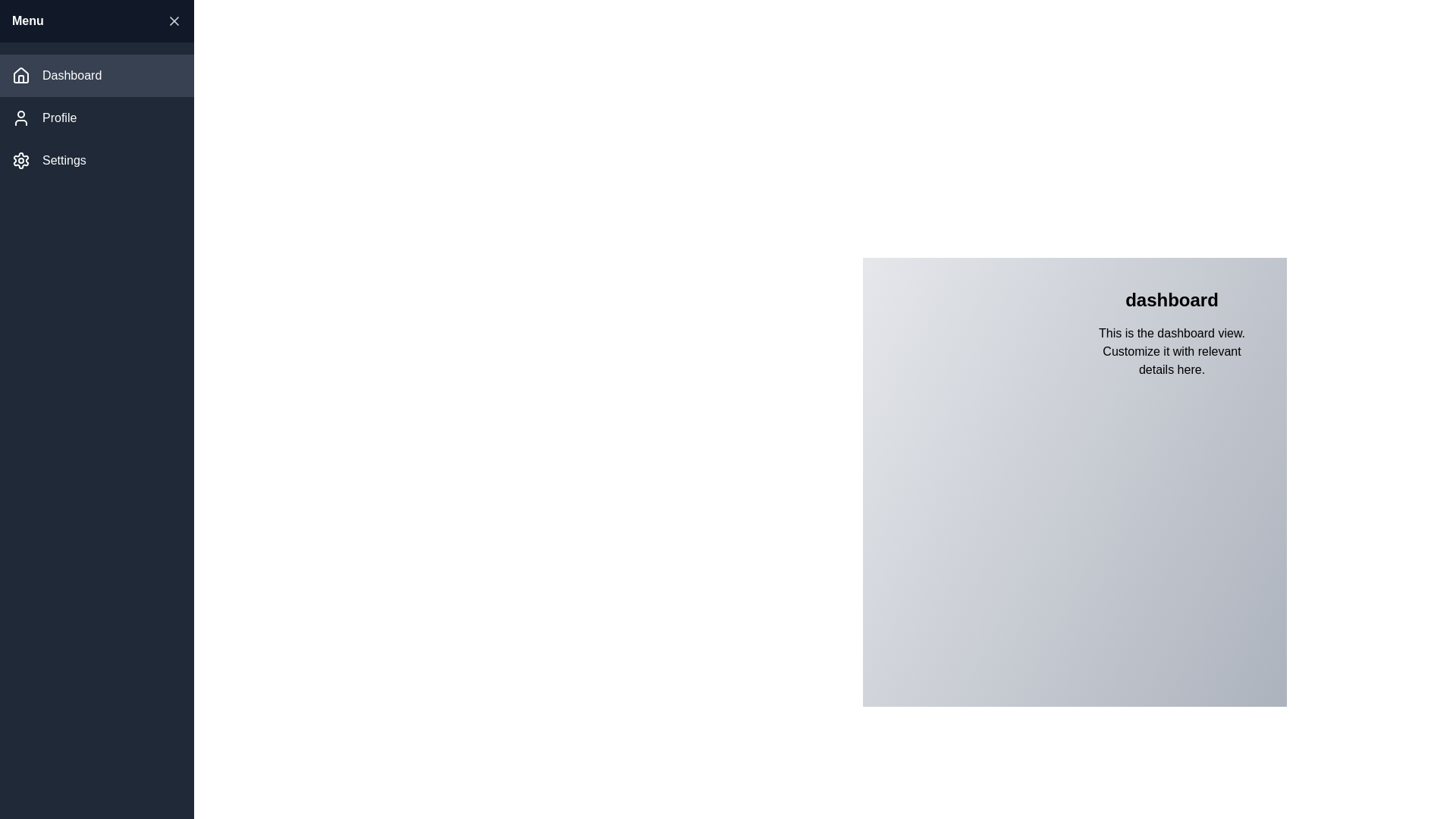  What do you see at coordinates (96, 161) in the screenshot?
I see `the menu item Settings` at bounding box center [96, 161].